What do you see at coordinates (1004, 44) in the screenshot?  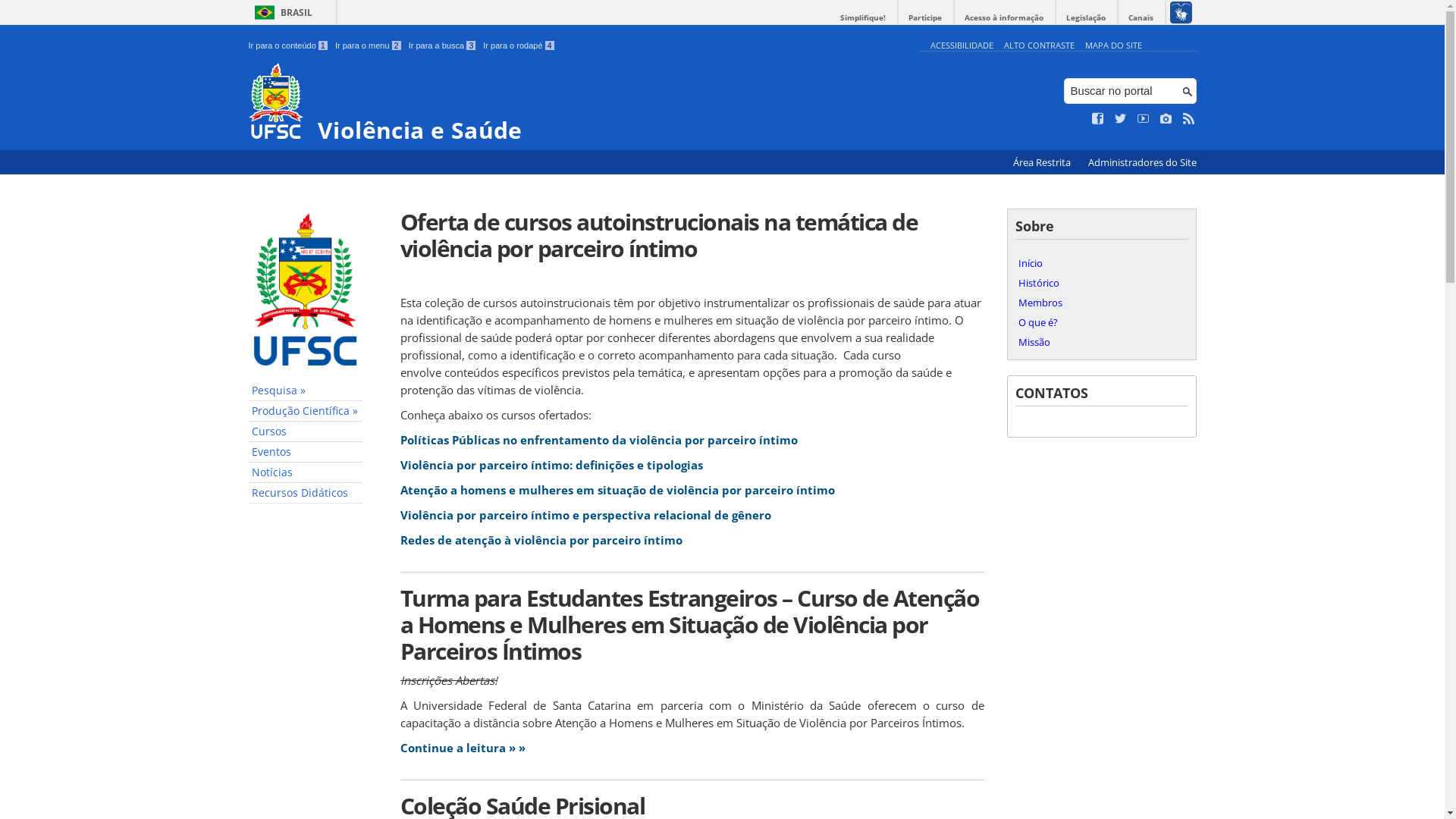 I see `'ALTO CONTRASTE'` at bounding box center [1004, 44].